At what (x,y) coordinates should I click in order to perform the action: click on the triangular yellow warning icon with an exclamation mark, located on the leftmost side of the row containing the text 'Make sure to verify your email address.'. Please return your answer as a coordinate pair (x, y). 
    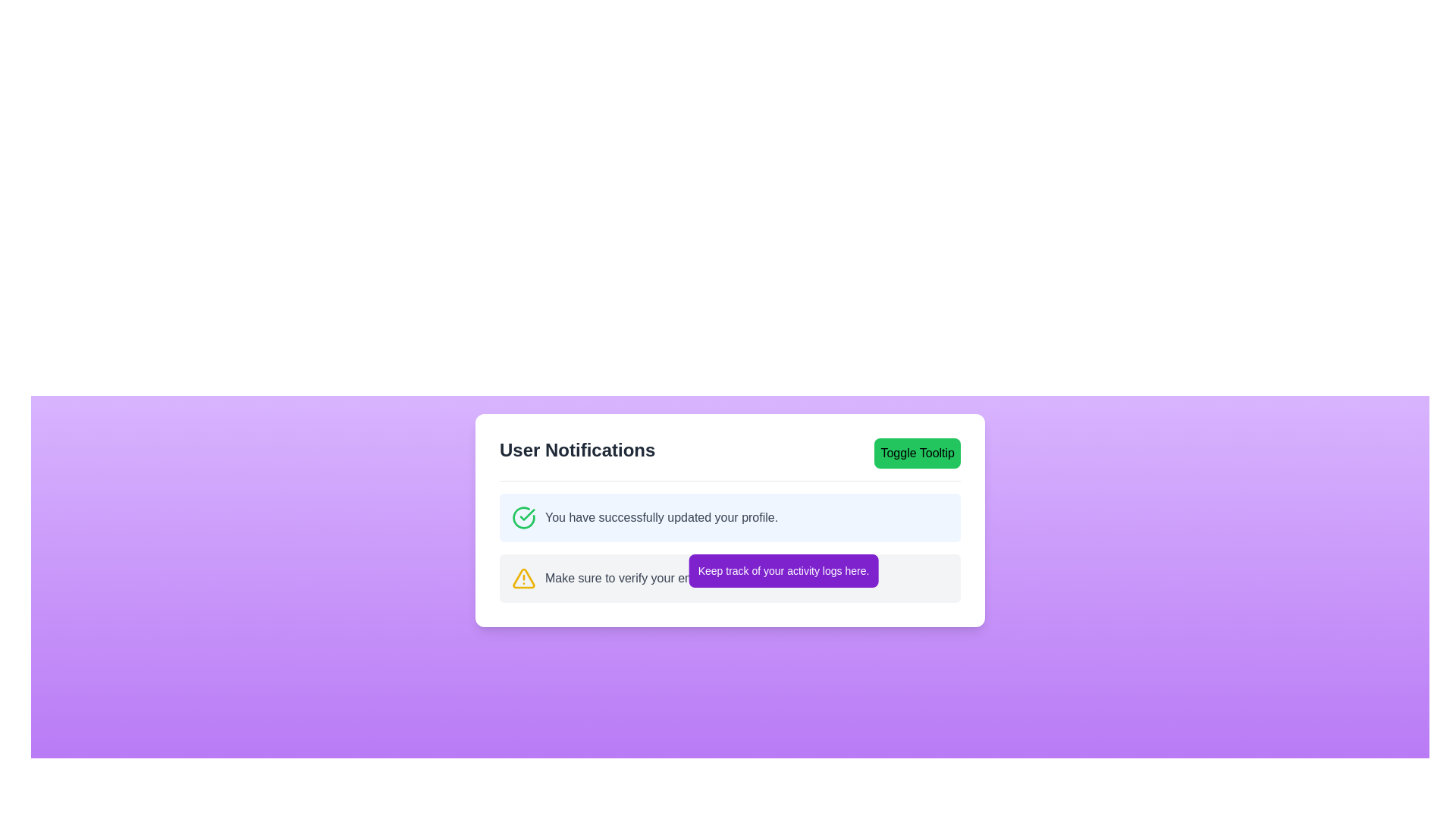
    Looking at the image, I should click on (524, 579).